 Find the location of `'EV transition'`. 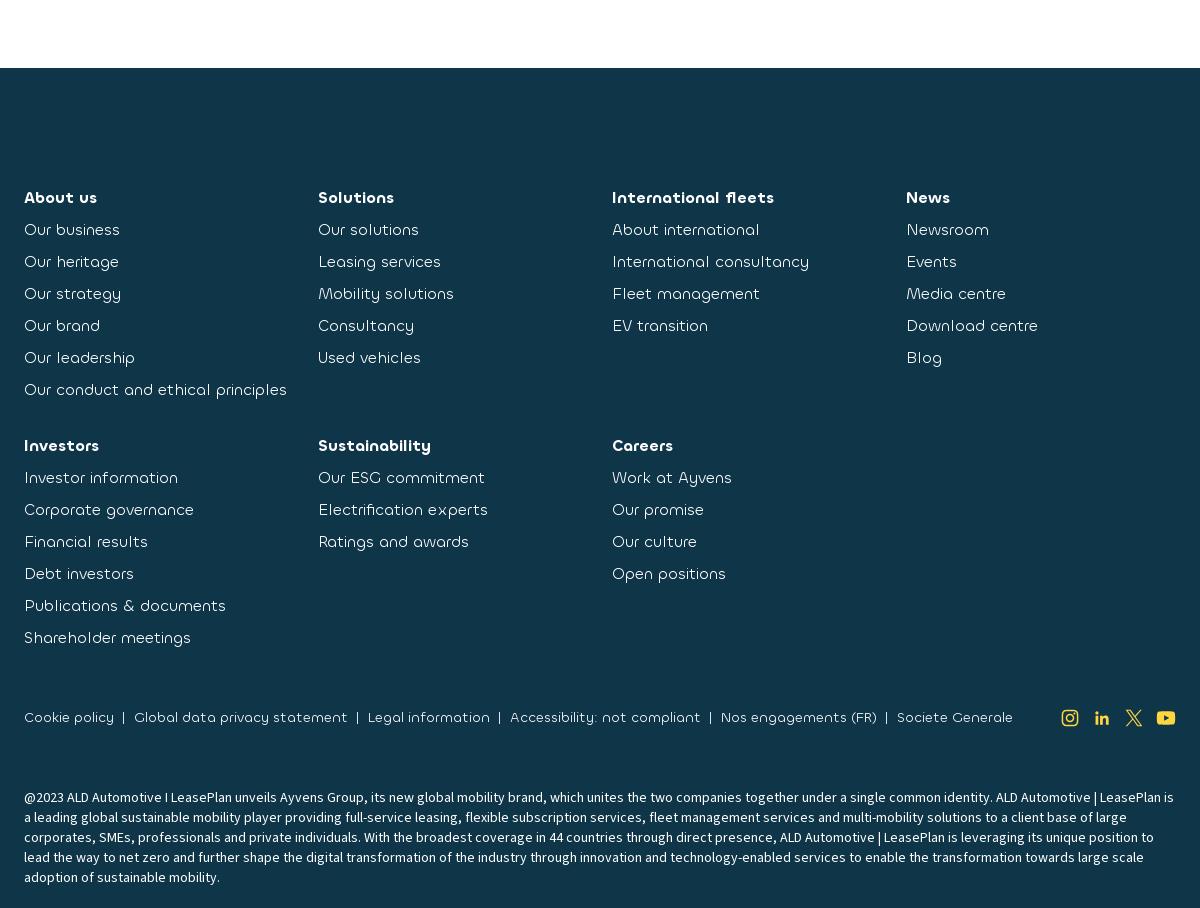

'EV transition' is located at coordinates (660, 324).